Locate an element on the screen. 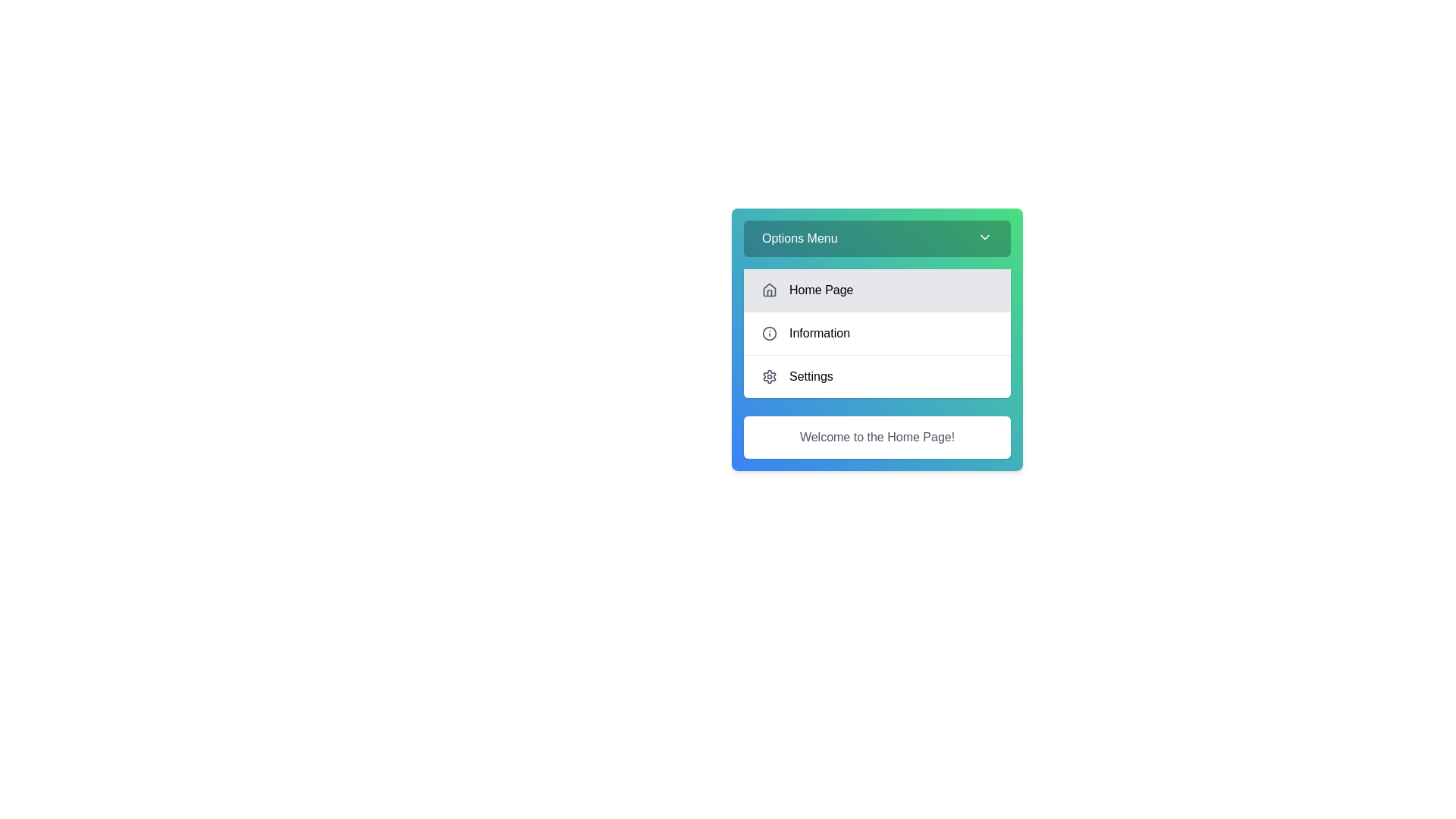  the first item in the 'Options Menu' list, which navigates to the home page of the application is located at coordinates (877, 290).